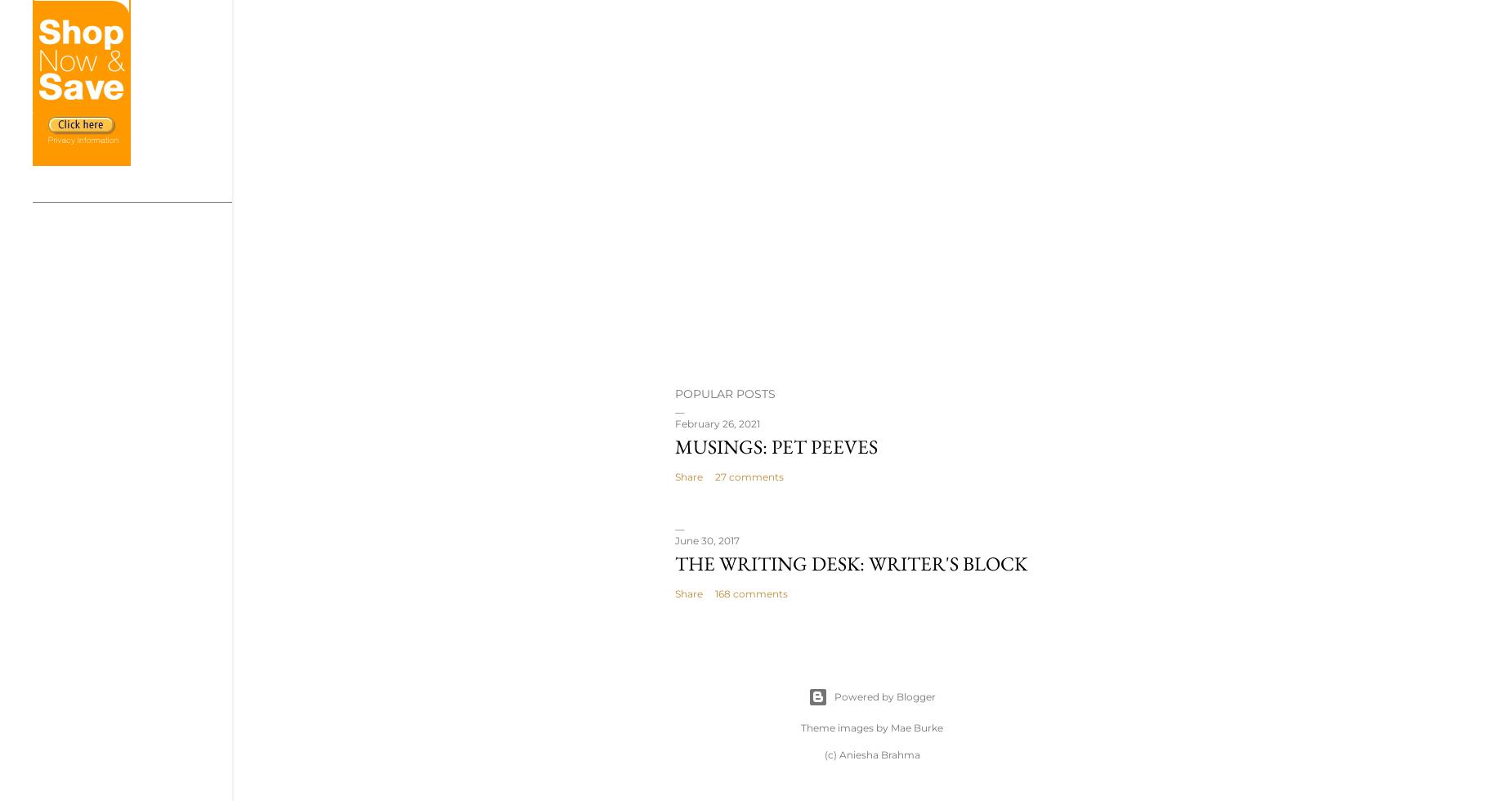 This screenshot has height=801, width=1512. What do you see at coordinates (845, 727) in the screenshot?
I see `'Theme images by'` at bounding box center [845, 727].